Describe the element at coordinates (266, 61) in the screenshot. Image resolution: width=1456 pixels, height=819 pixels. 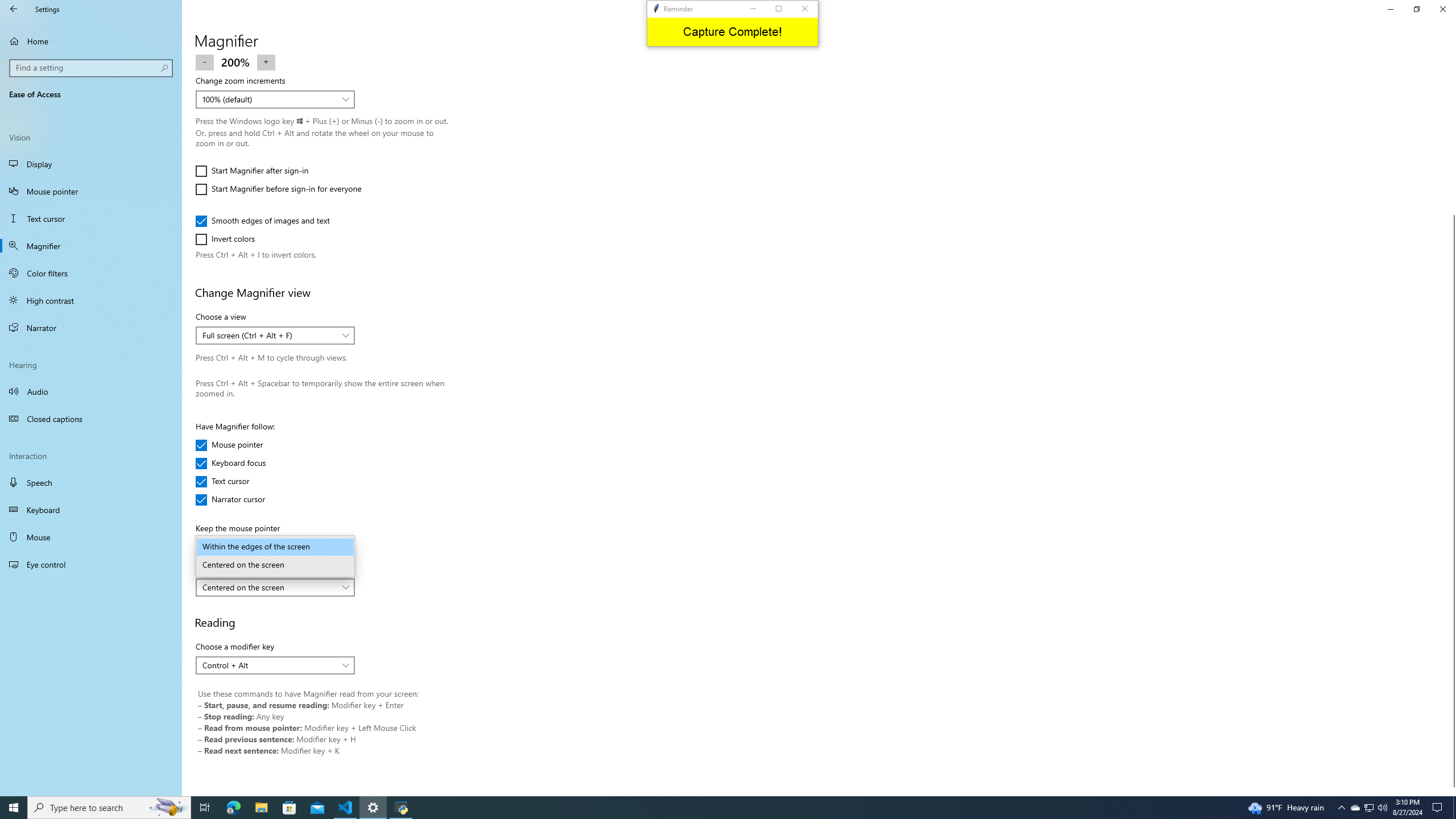
I see `'Zoom in'` at that location.